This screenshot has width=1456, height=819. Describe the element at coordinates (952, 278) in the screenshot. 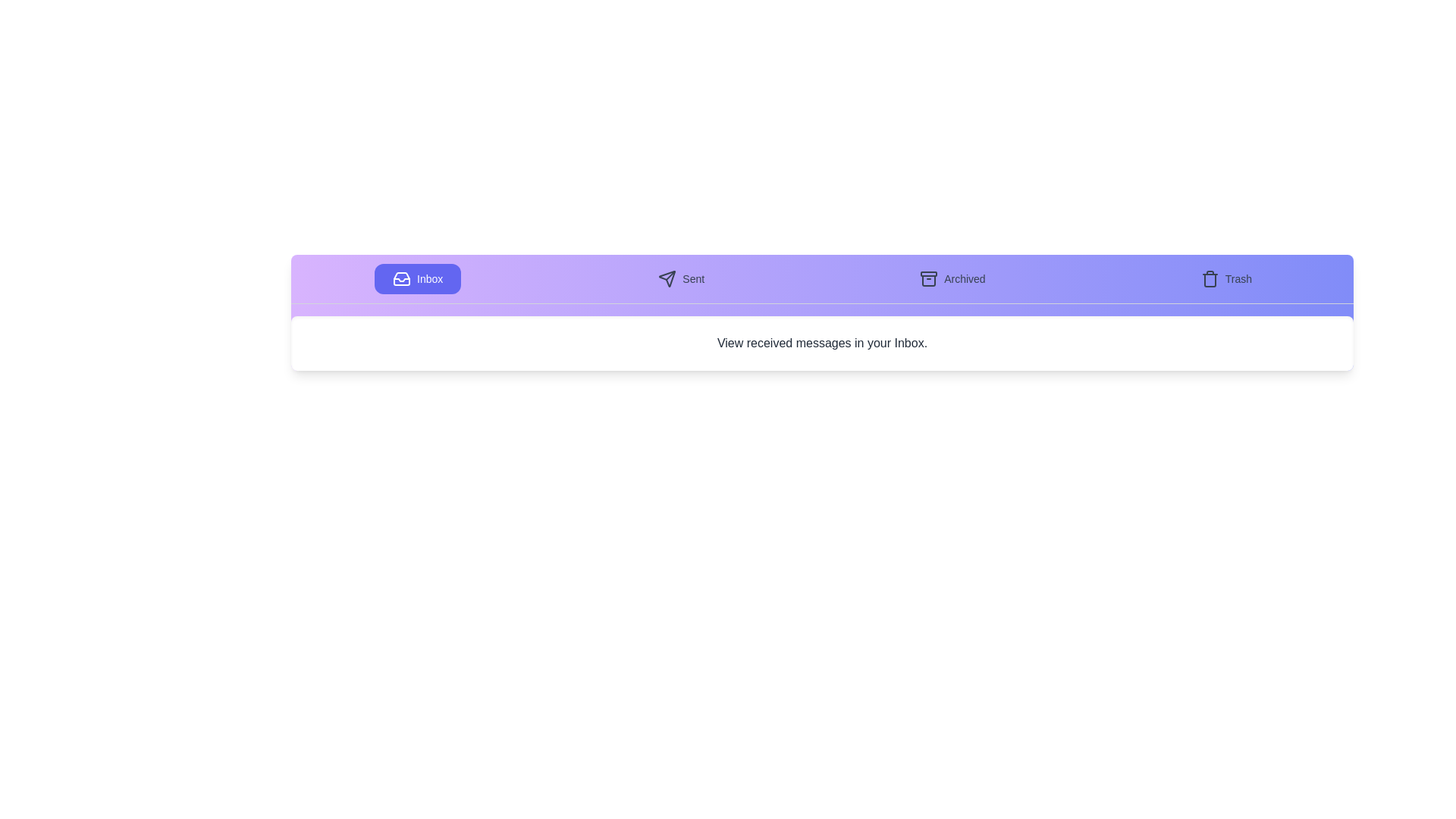

I see `the tab labeled Archived` at that location.